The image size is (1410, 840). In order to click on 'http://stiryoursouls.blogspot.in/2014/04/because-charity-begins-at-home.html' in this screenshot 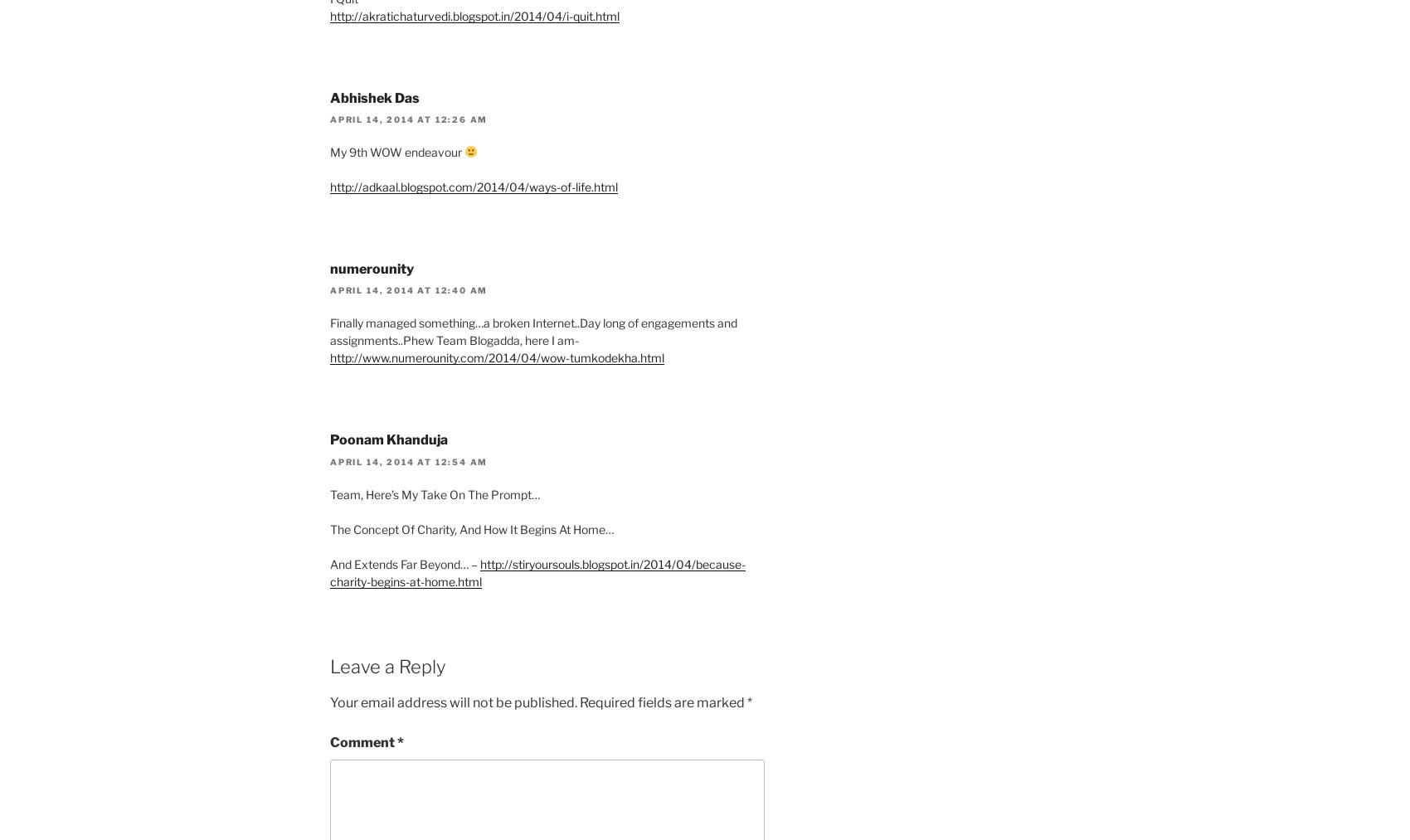, I will do `click(537, 571)`.